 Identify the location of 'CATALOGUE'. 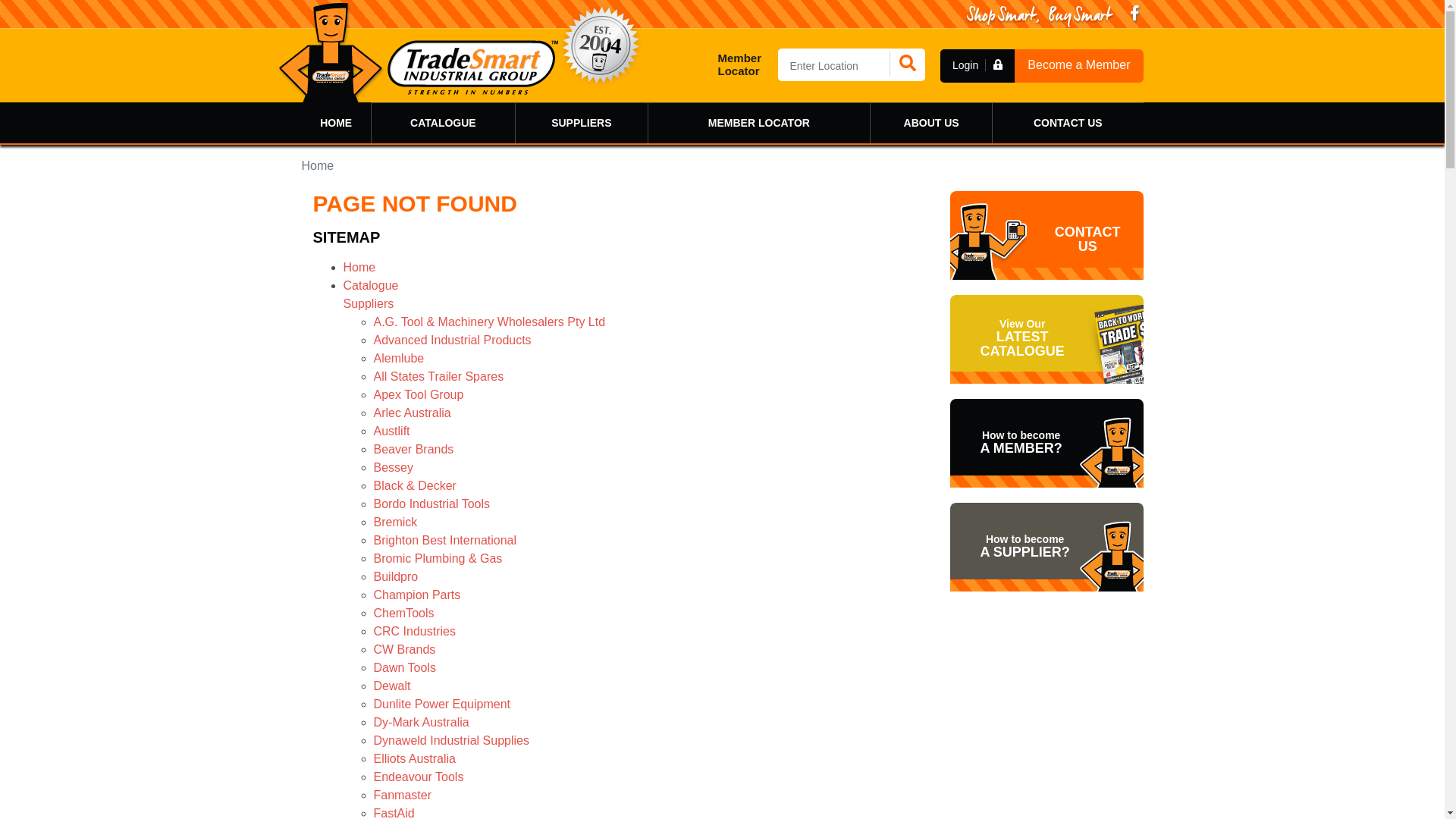
(442, 122).